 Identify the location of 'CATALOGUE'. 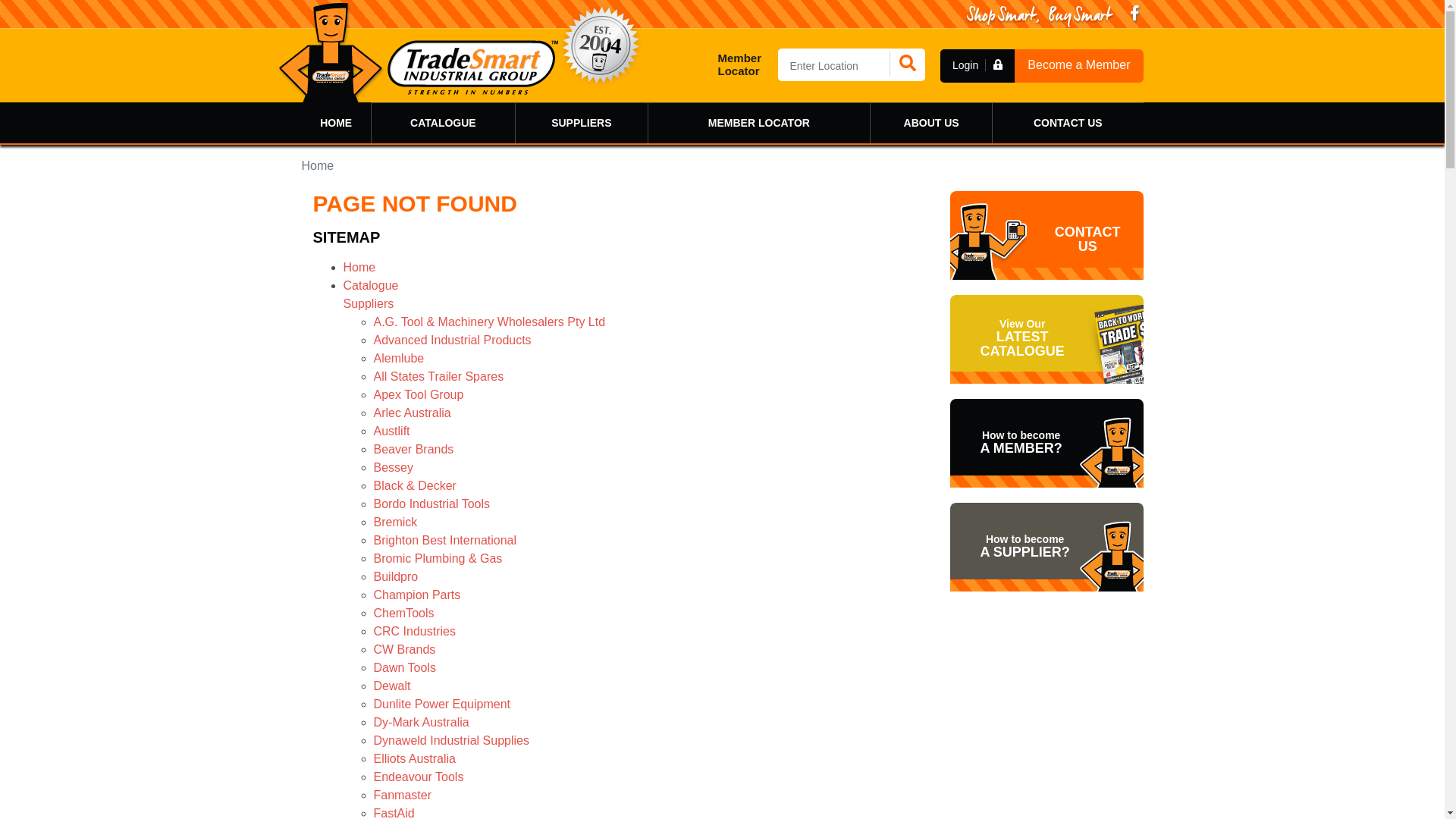
(442, 122).